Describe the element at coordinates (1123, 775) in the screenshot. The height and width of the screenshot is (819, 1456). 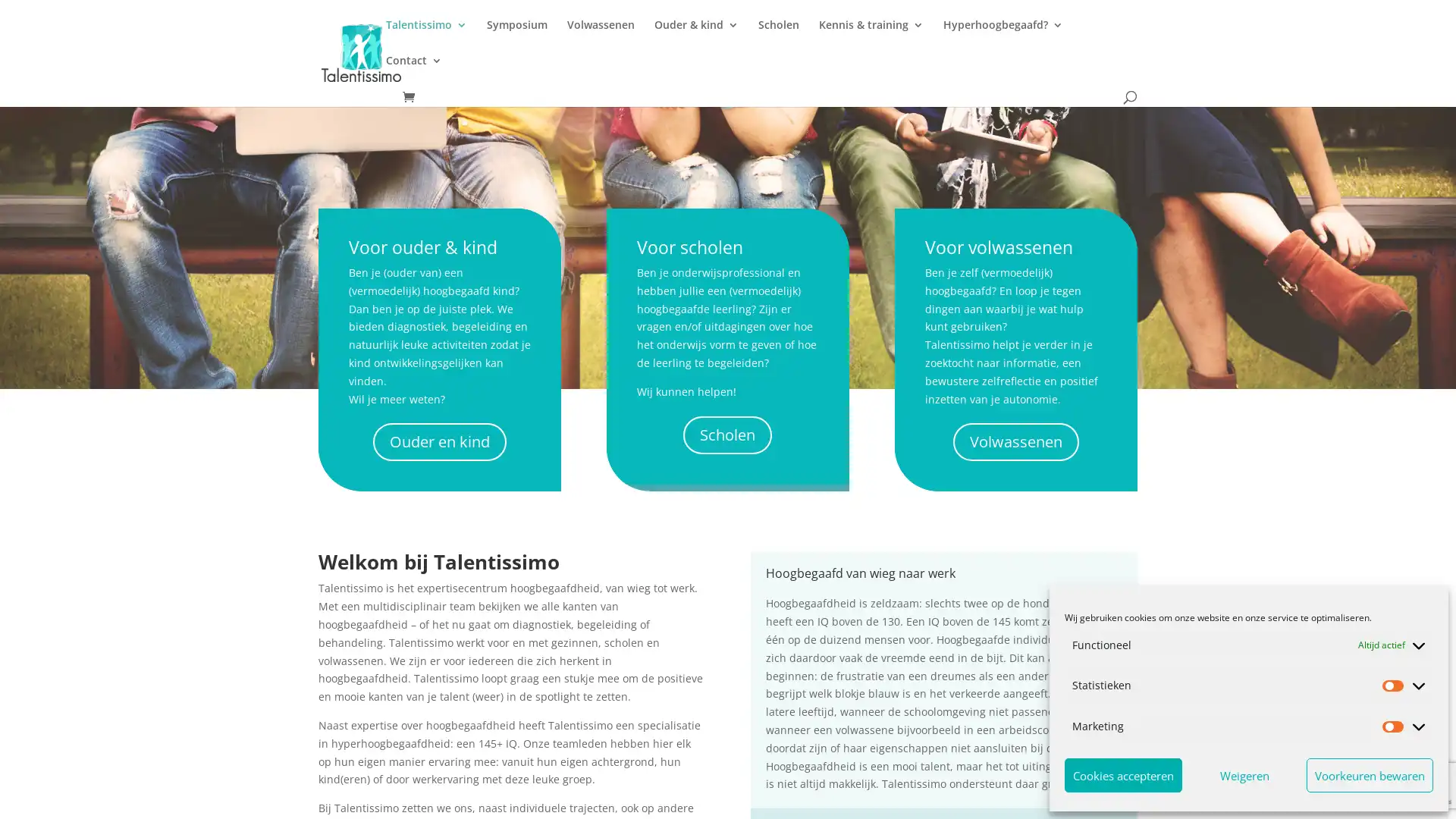
I see `Cookies accepteren` at that location.